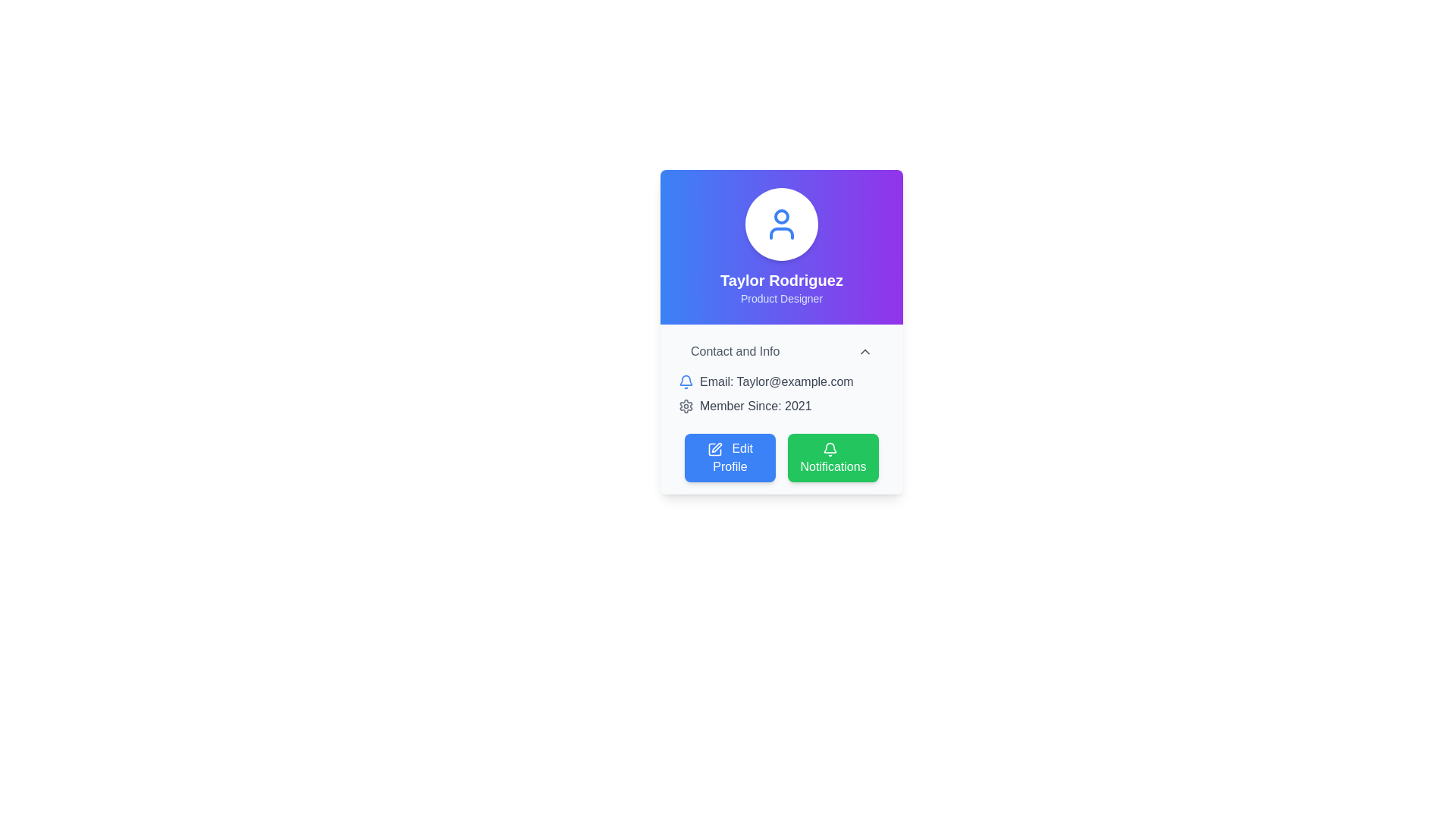  I want to click on informational text block that displays the user's contact email and membership joining year, located beneath the header 'Contact and Info' and above the buttons 'Edit Profile' and 'Notifications', so click(782, 394).